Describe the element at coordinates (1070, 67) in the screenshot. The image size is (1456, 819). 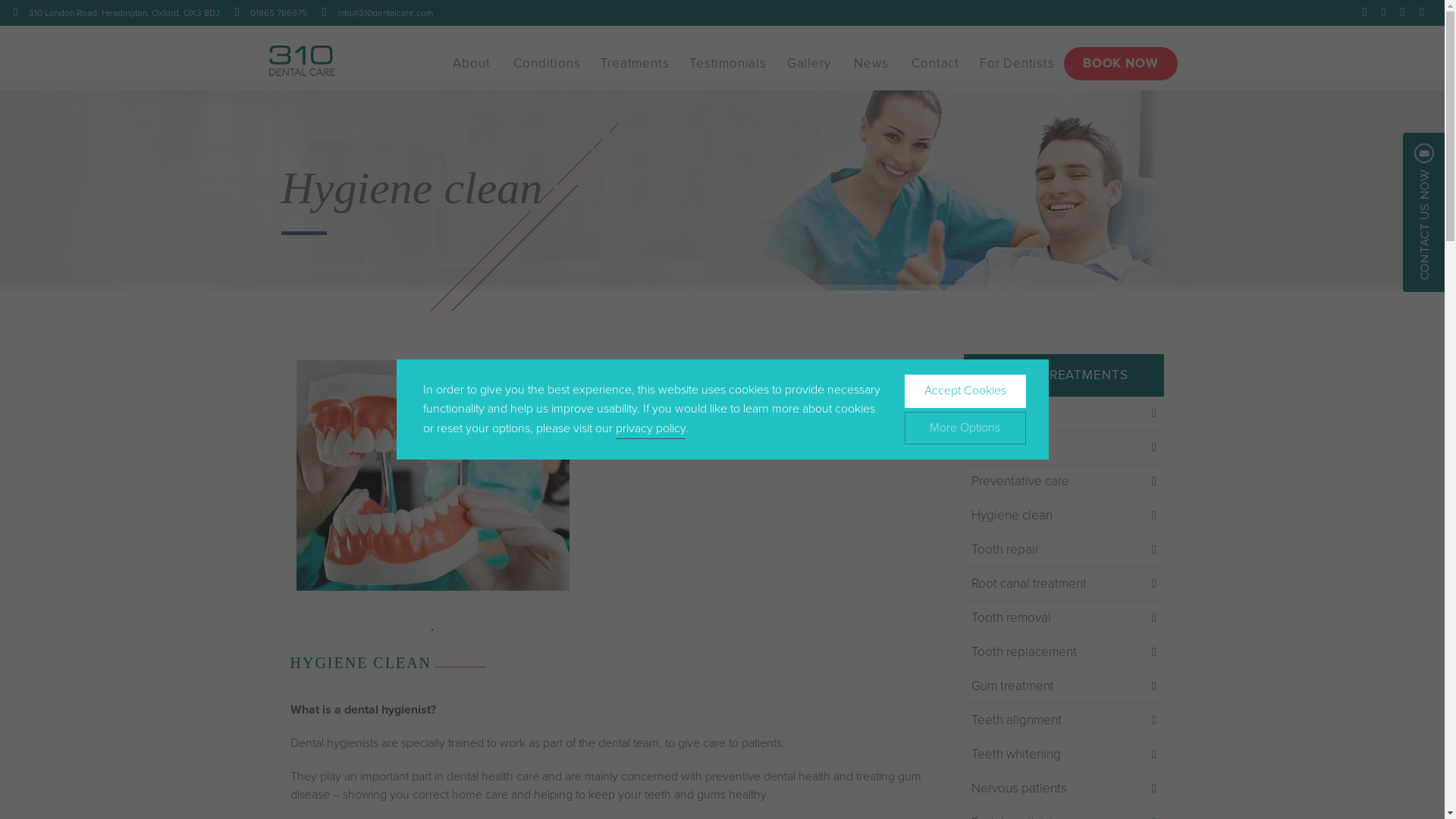
I see `'BOOK NOW'` at that location.